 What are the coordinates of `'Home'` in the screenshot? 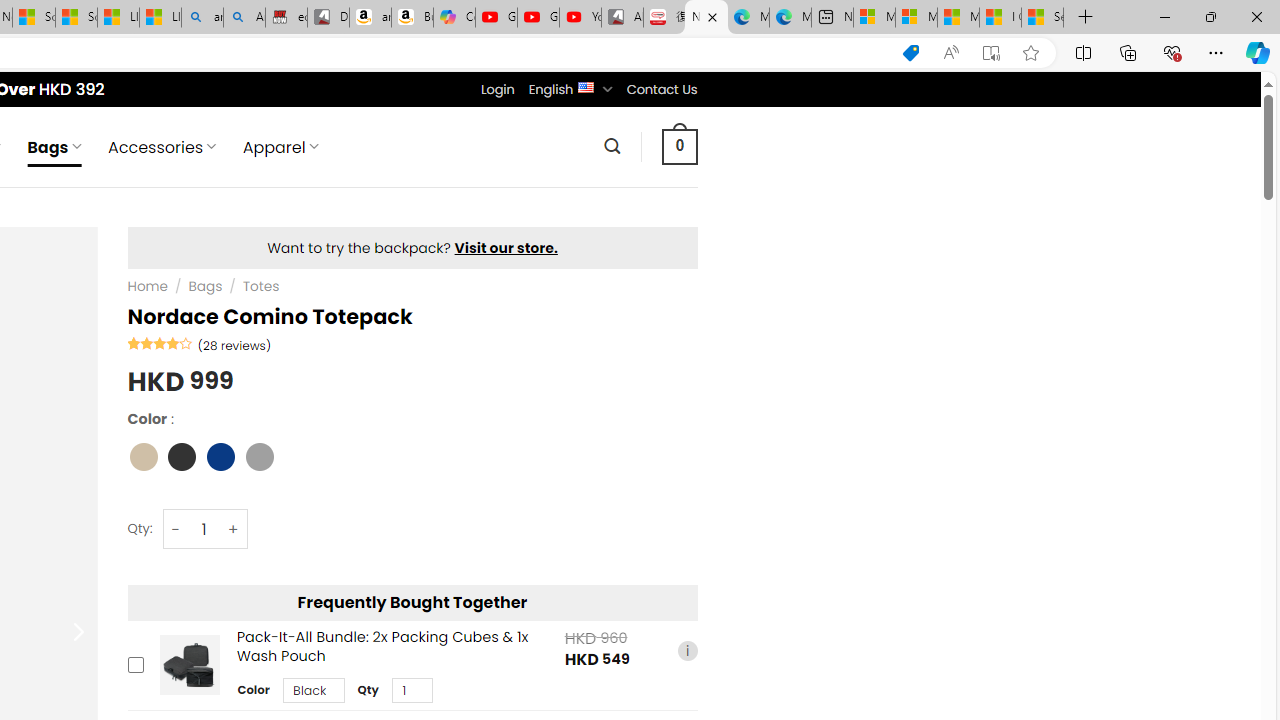 It's located at (146, 286).